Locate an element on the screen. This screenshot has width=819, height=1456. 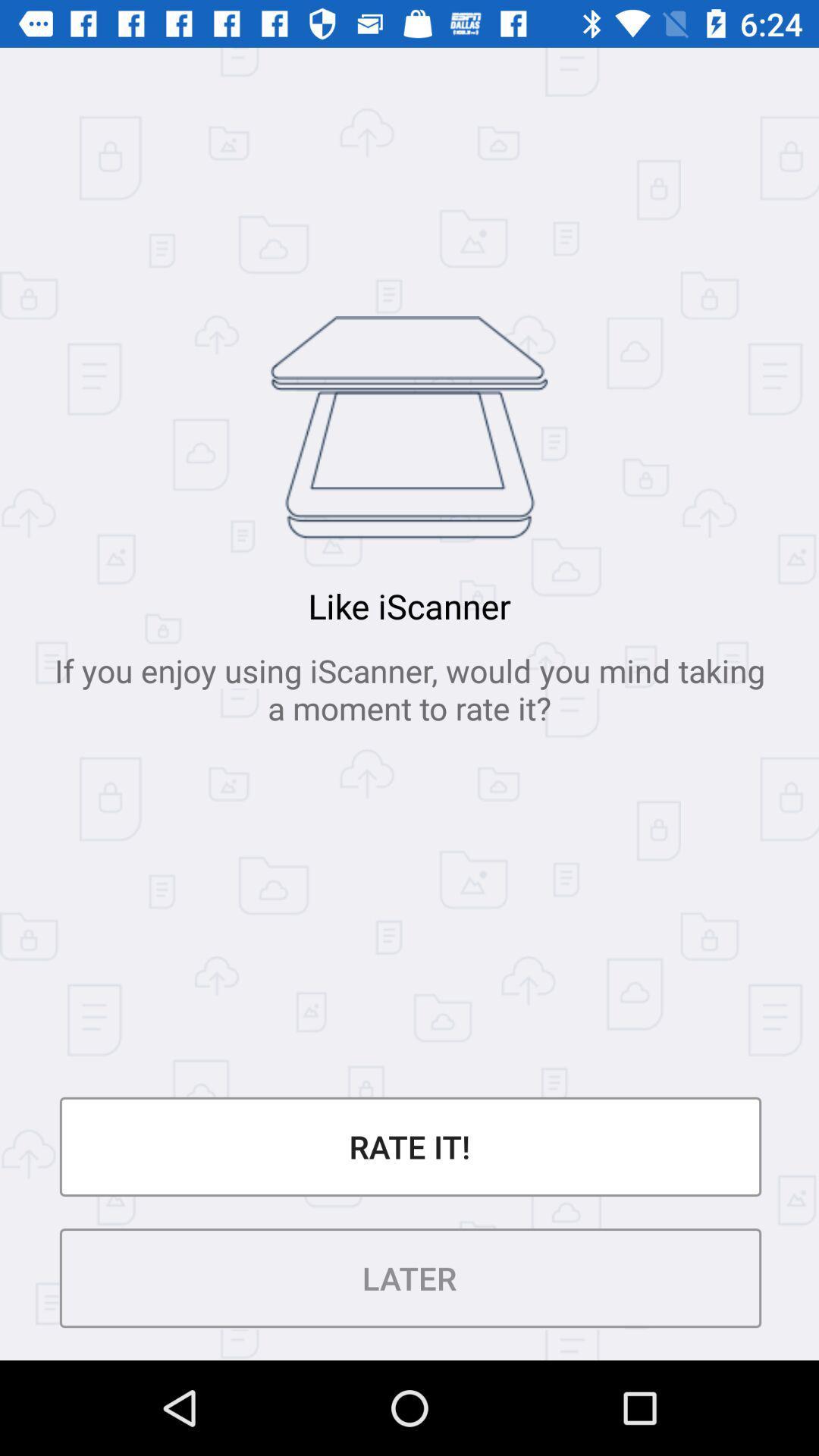
the later is located at coordinates (409, 1277).